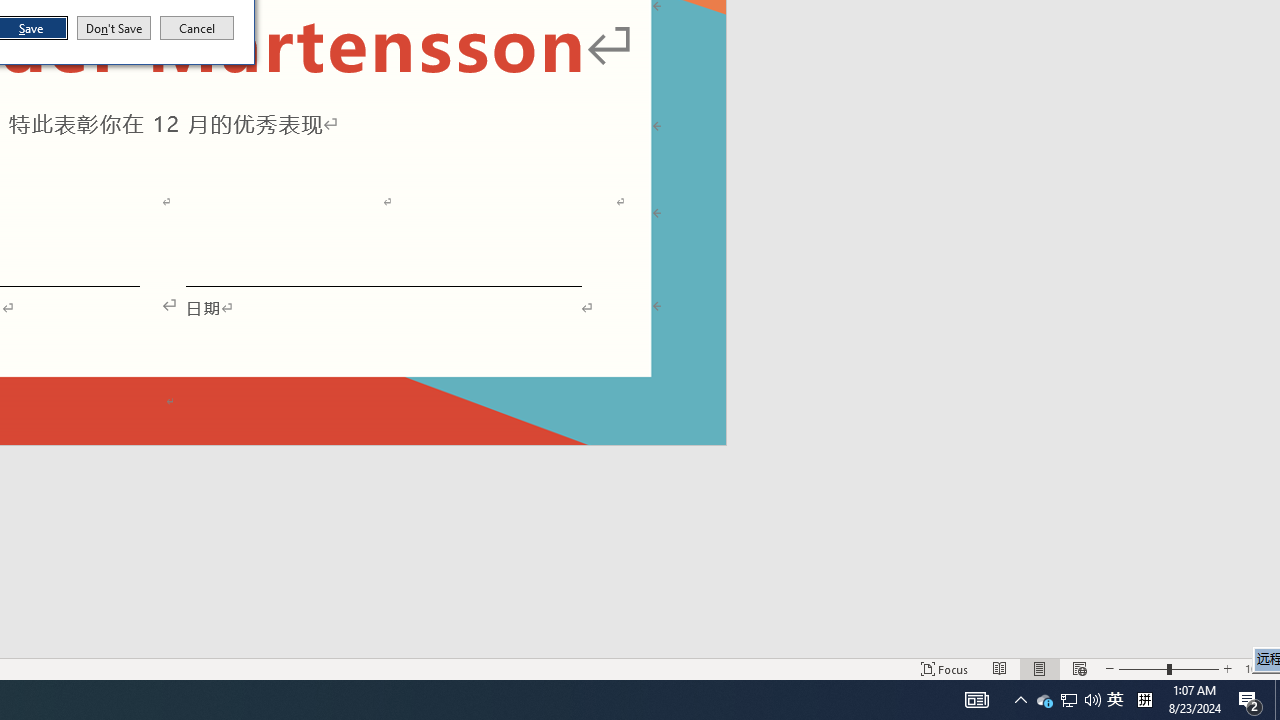 The image size is (1280, 720). I want to click on 'Q2790: 100%', so click(1092, 698).